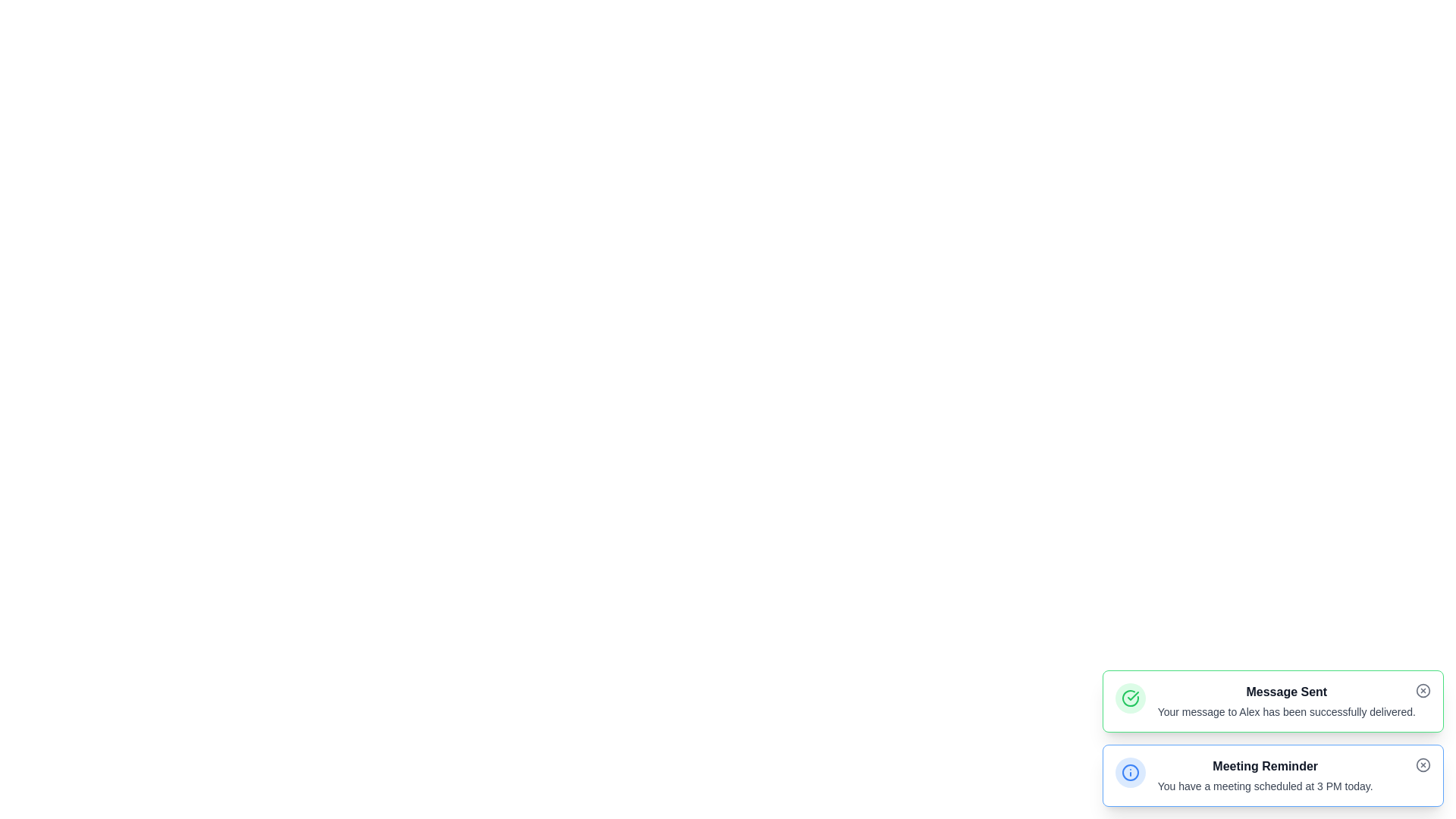 Image resolution: width=1456 pixels, height=819 pixels. I want to click on the 'Message Sent' notification to read its details, so click(1272, 701).